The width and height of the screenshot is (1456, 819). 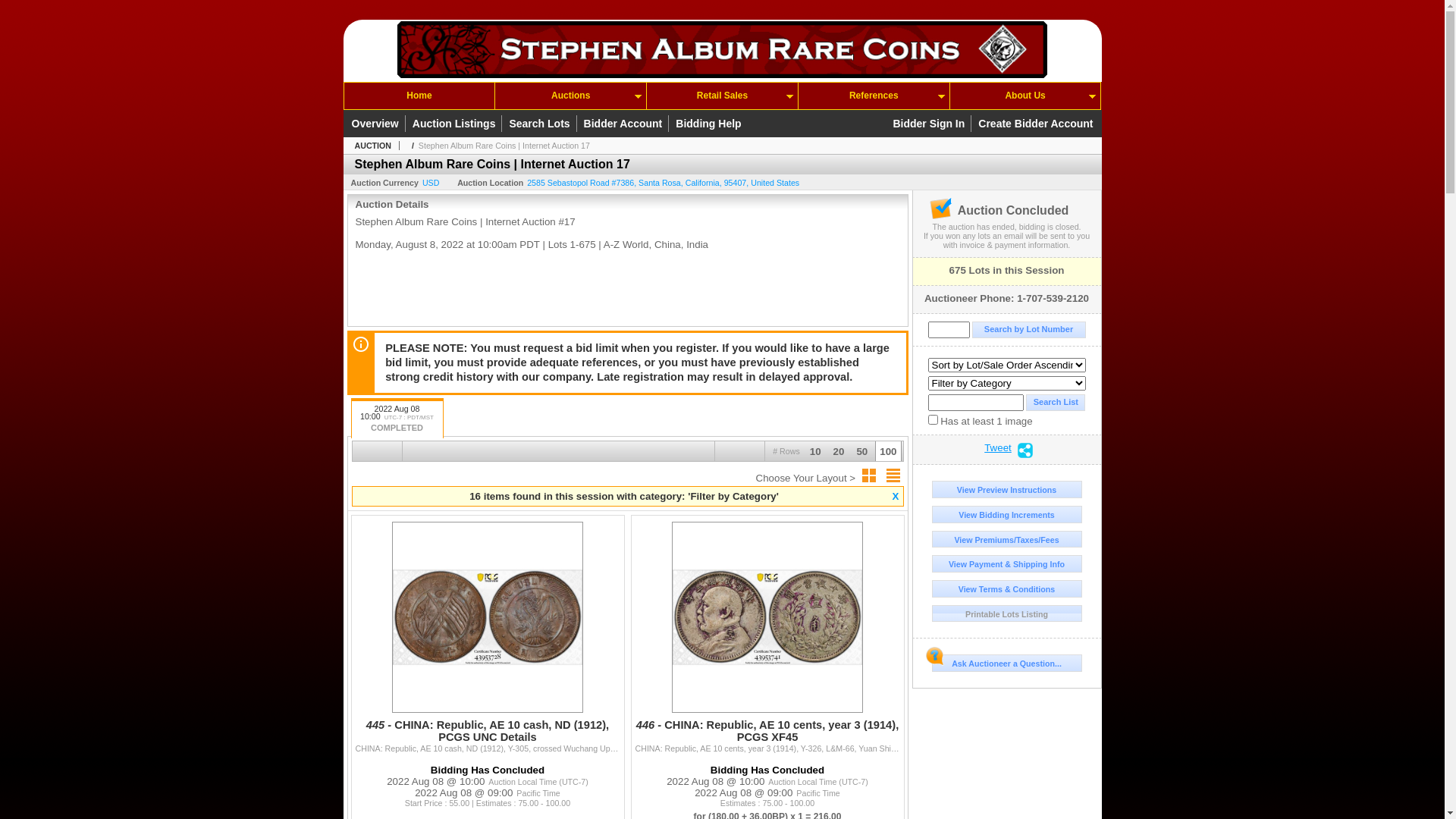 I want to click on 'Bidding Help', so click(x=708, y=122).